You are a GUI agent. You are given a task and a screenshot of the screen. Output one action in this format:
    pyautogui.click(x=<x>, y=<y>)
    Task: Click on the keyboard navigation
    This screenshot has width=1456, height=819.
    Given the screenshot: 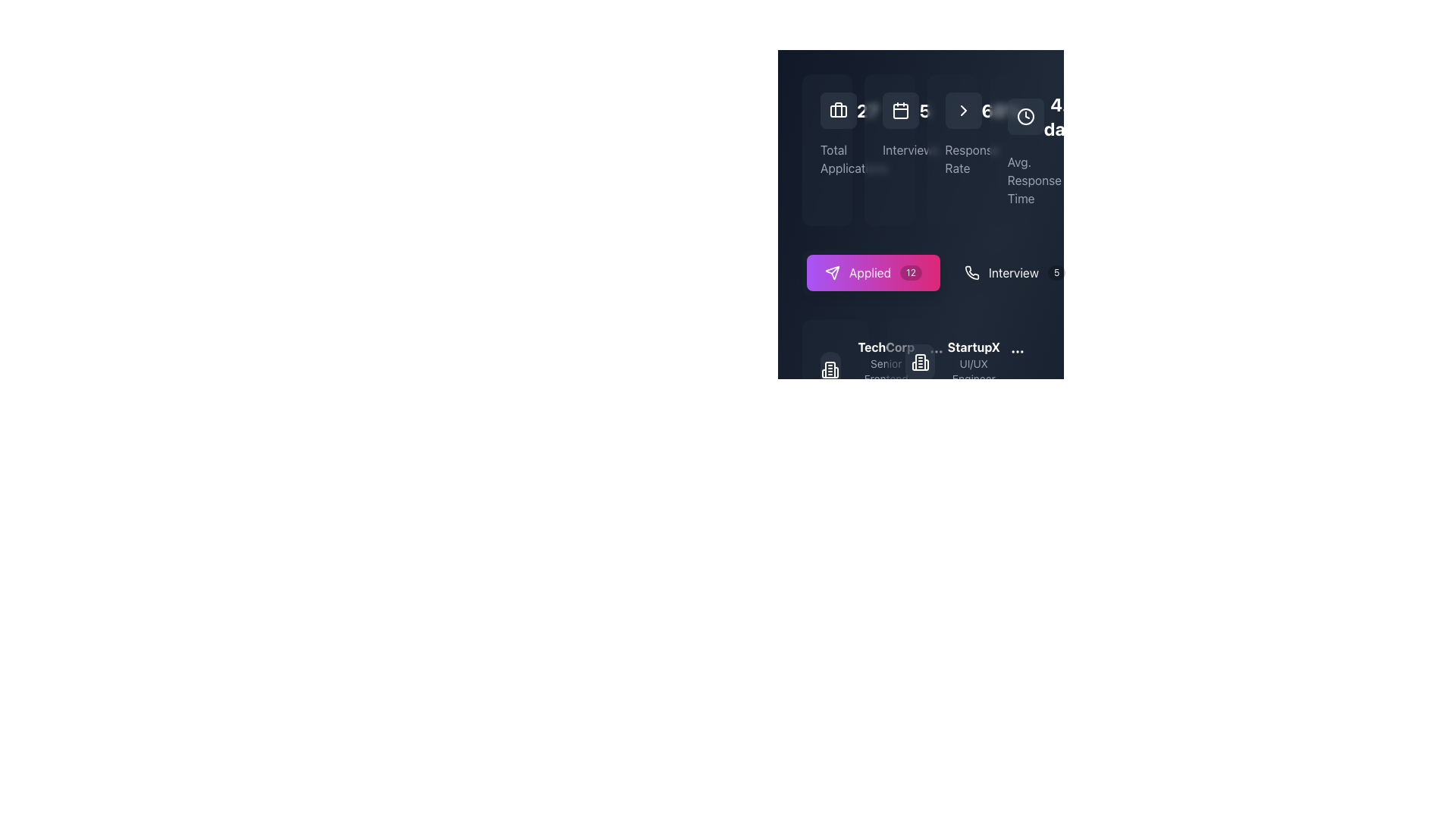 What is the action you would take?
    pyautogui.click(x=874, y=271)
    